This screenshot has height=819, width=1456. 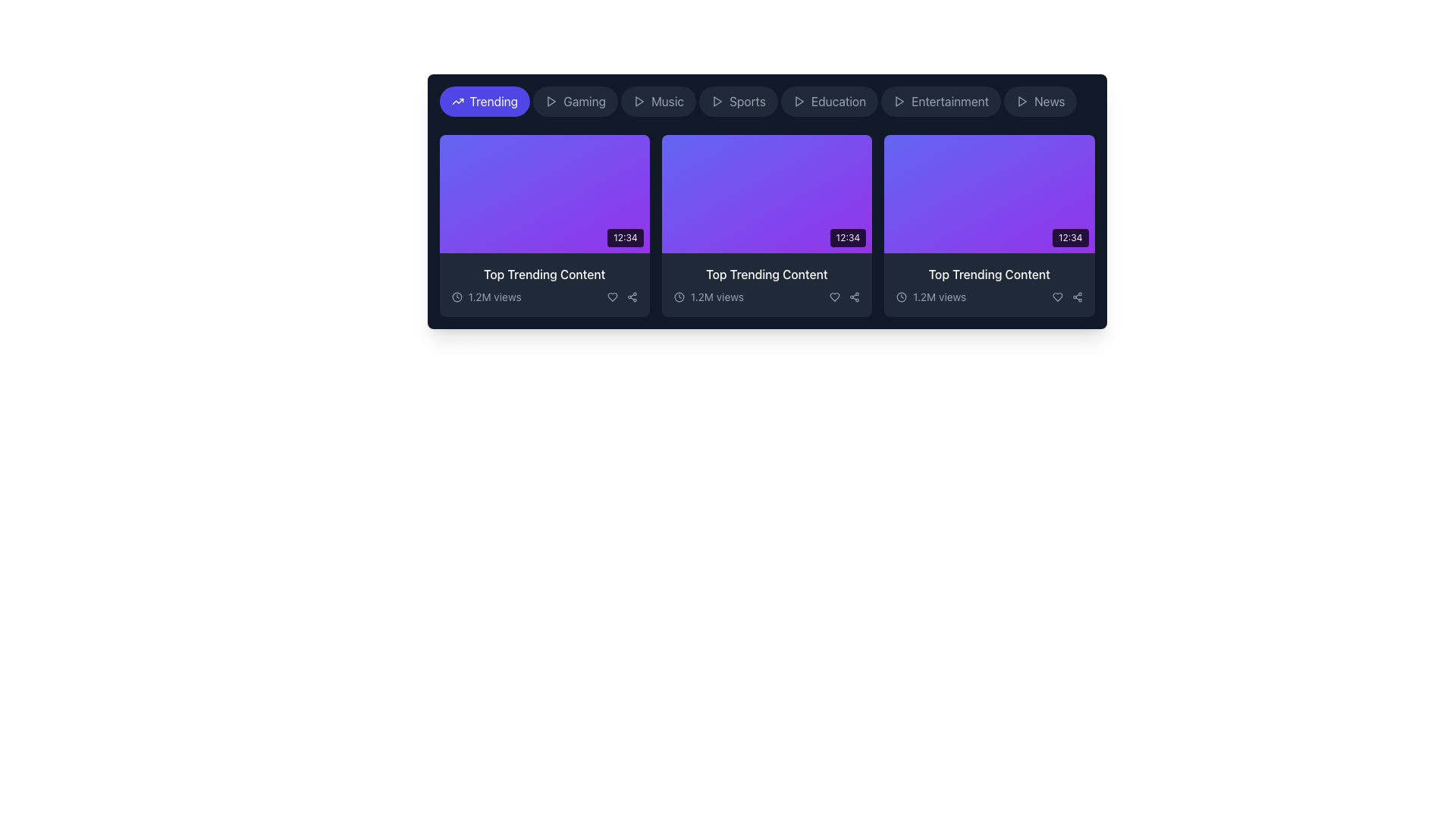 What do you see at coordinates (639, 102) in the screenshot?
I see `the multimedia/music icon located to the left of the 'Music' button in the horizontal navigation bar` at bounding box center [639, 102].